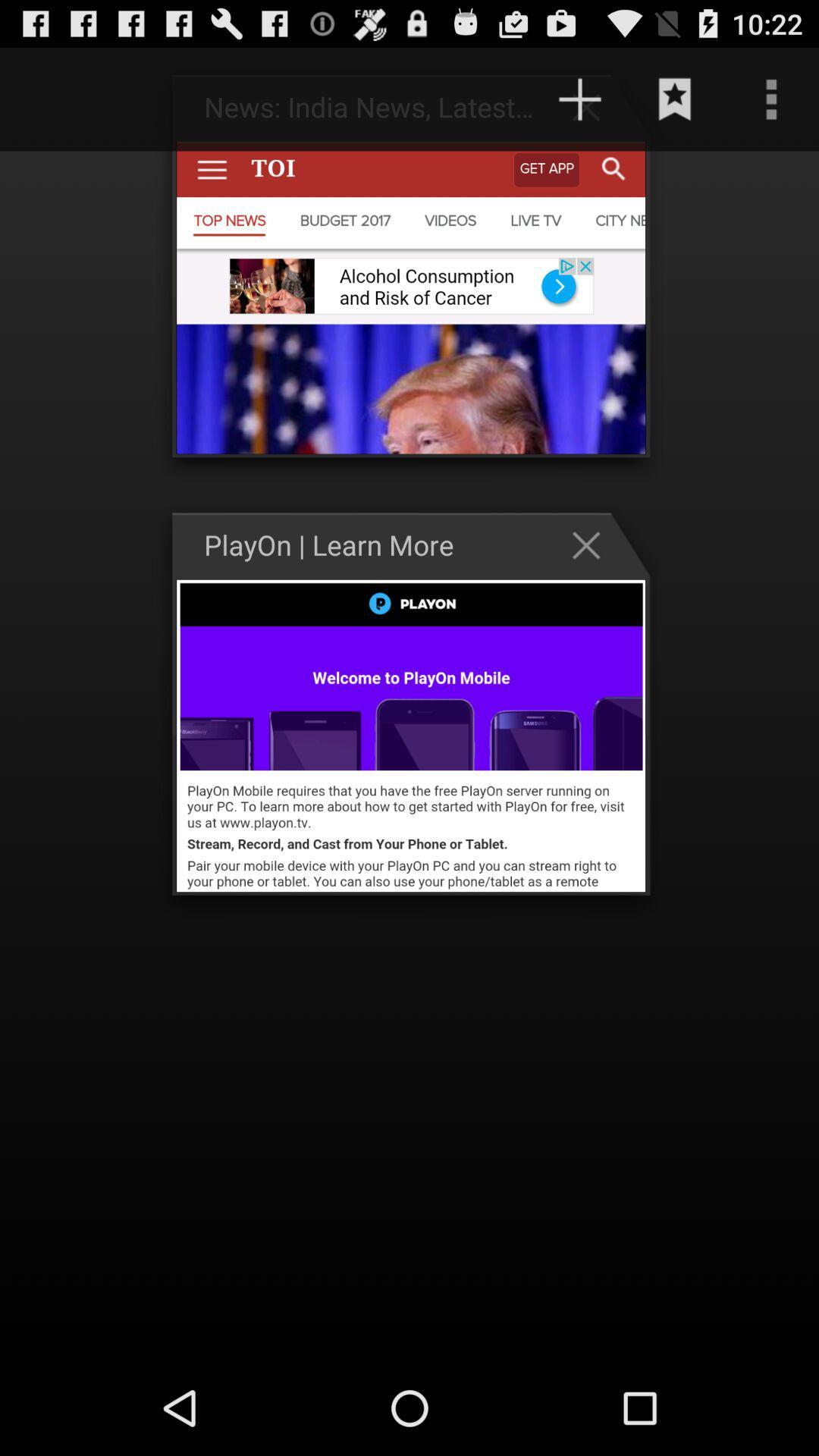 Image resolution: width=819 pixels, height=1456 pixels. What do you see at coordinates (61, 99) in the screenshot?
I see `icon to the left of the http www playon` at bounding box center [61, 99].